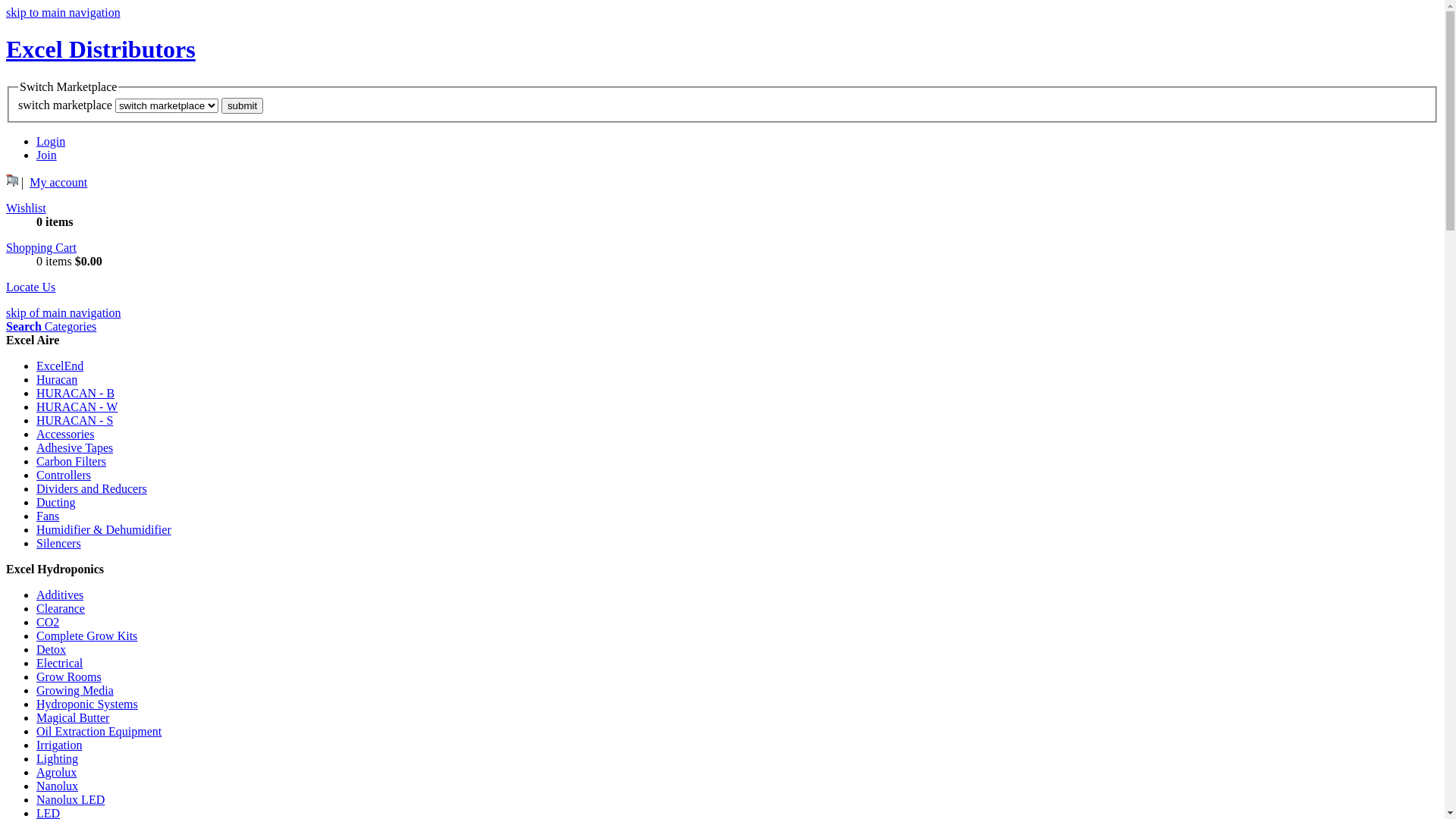 The height and width of the screenshot is (819, 1456). What do you see at coordinates (57, 378) in the screenshot?
I see `'Huracan'` at bounding box center [57, 378].